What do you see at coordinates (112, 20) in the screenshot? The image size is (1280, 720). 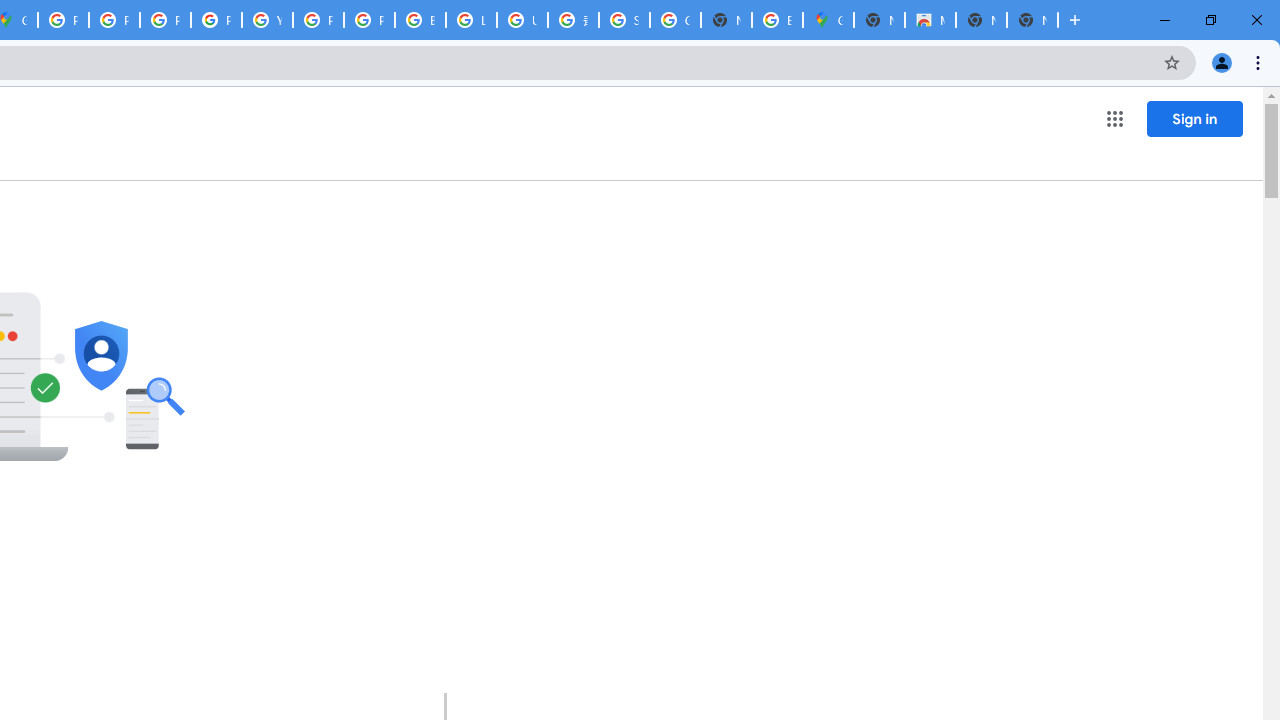 I see `'Privacy Help Center - Policies Help'` at bounding box center [112, 20].